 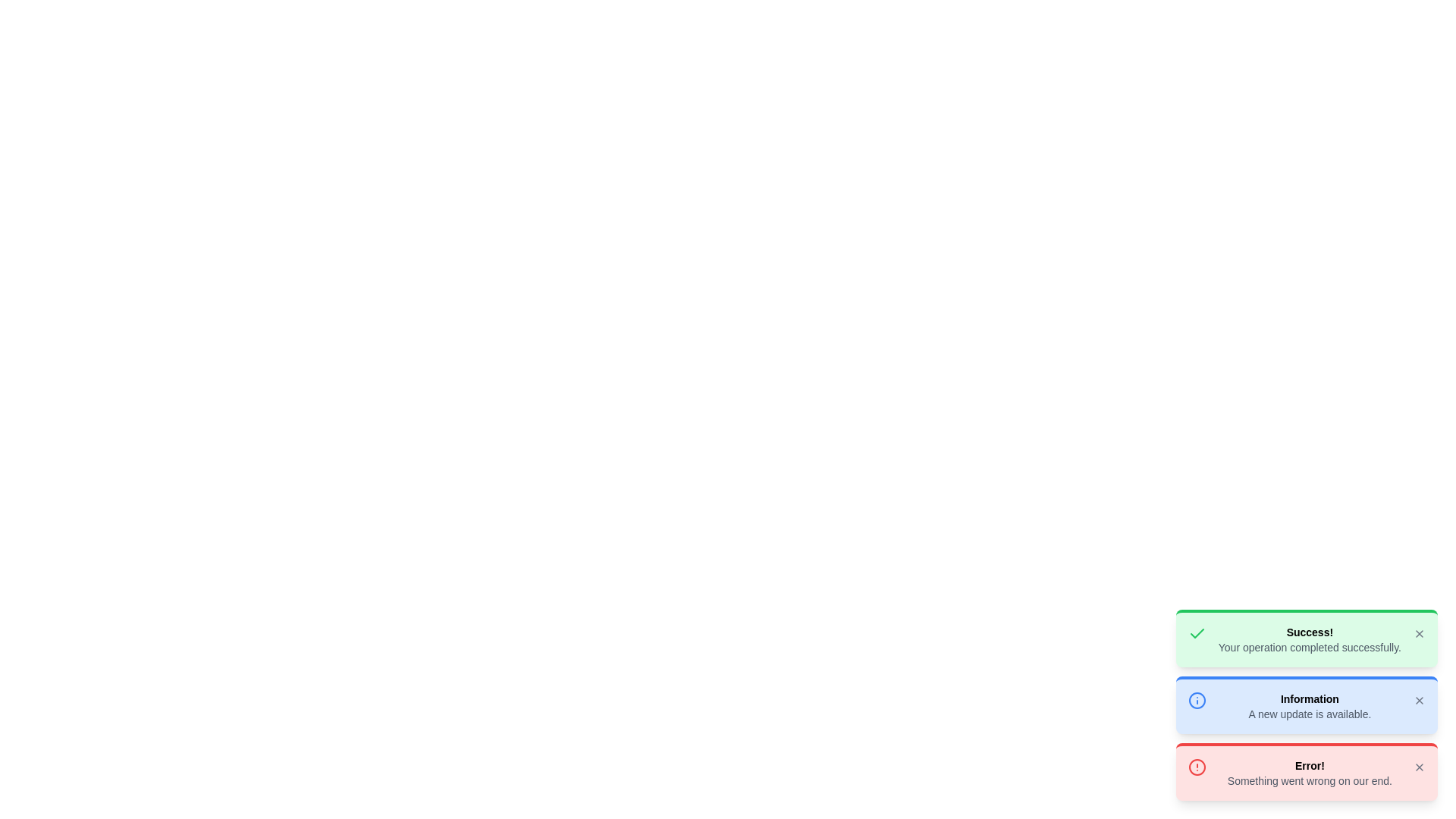 I want to click on the close button located in the top-right corner of the green notification box that displays 'Success! Your operation completed successfully.', so click(x=1419, y=634).